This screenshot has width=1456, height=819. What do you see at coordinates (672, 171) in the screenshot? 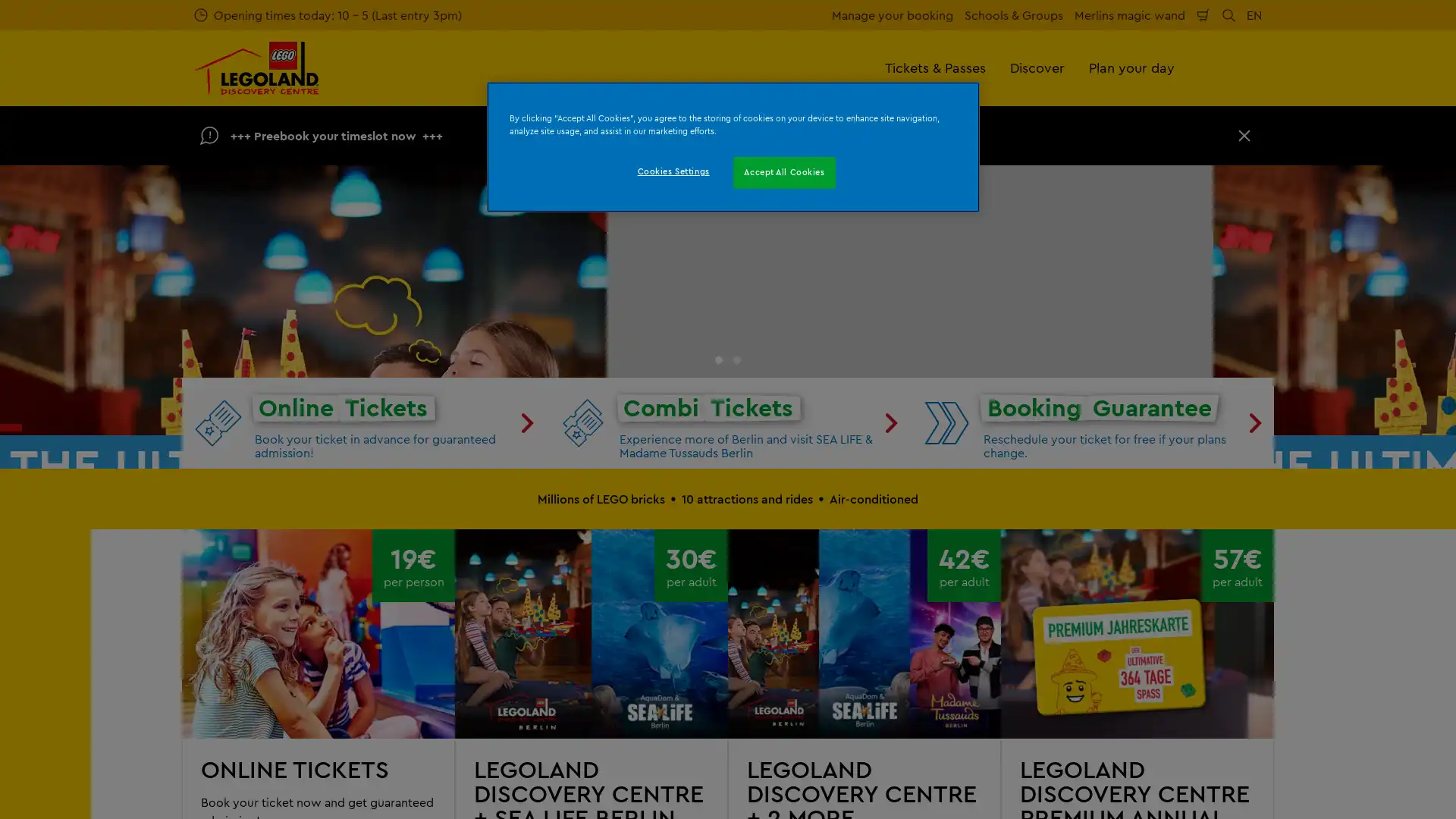
I see `Cookies Settings` at bounding box center [672, 171].